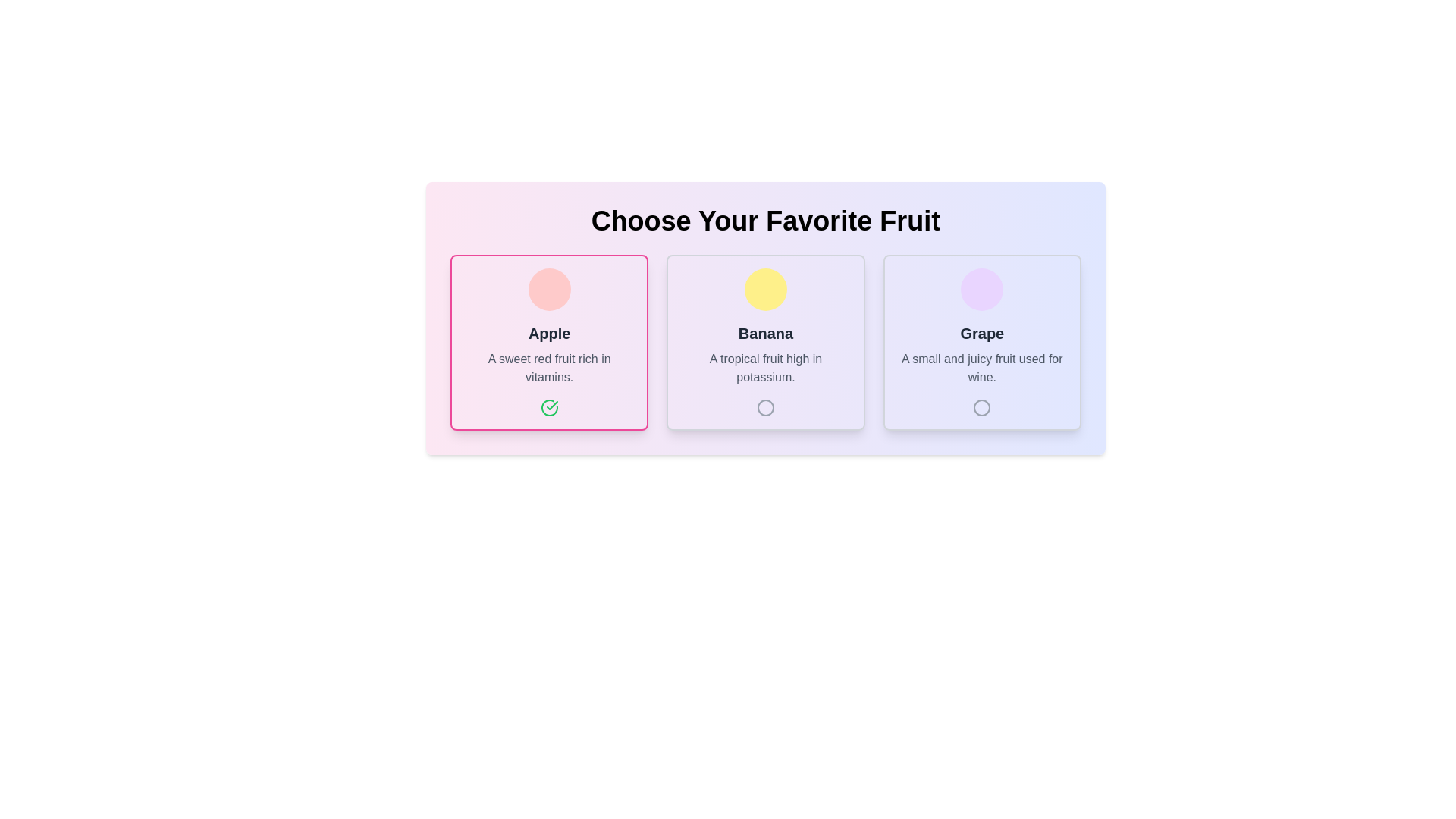  What do you see at coordinates (551, 405) in the screenshot?
I see `the visual indicator icon confirming the selection of the 'Apple' option, which is centrally positioned within the selection box of the 'Apple' choice card` at bounding box center [551, 405].